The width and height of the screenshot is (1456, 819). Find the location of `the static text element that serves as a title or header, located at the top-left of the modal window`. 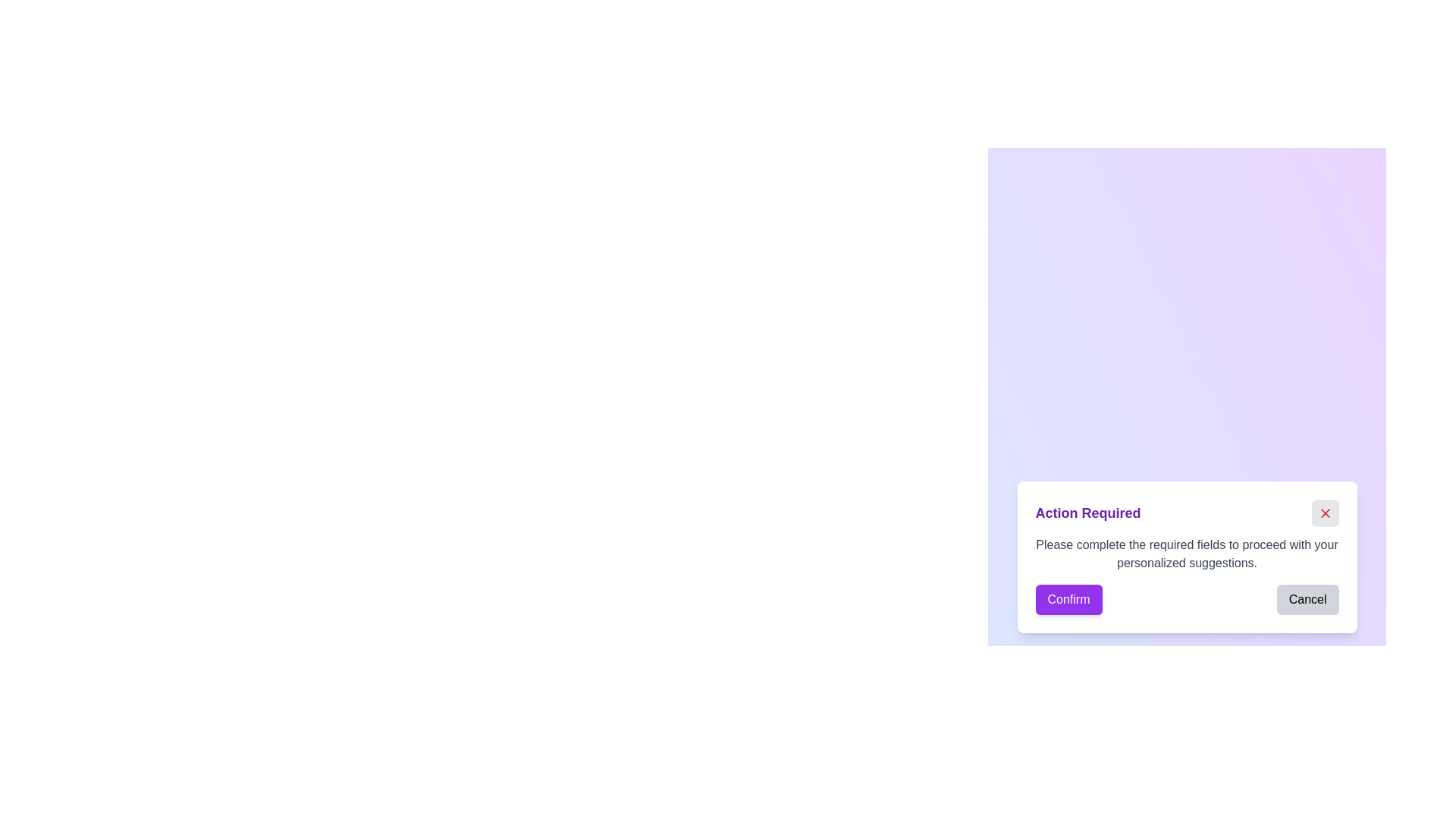

the static text element that serves as a title or header, located at the top-left of the modal window is located at coordinates (1087, 513).